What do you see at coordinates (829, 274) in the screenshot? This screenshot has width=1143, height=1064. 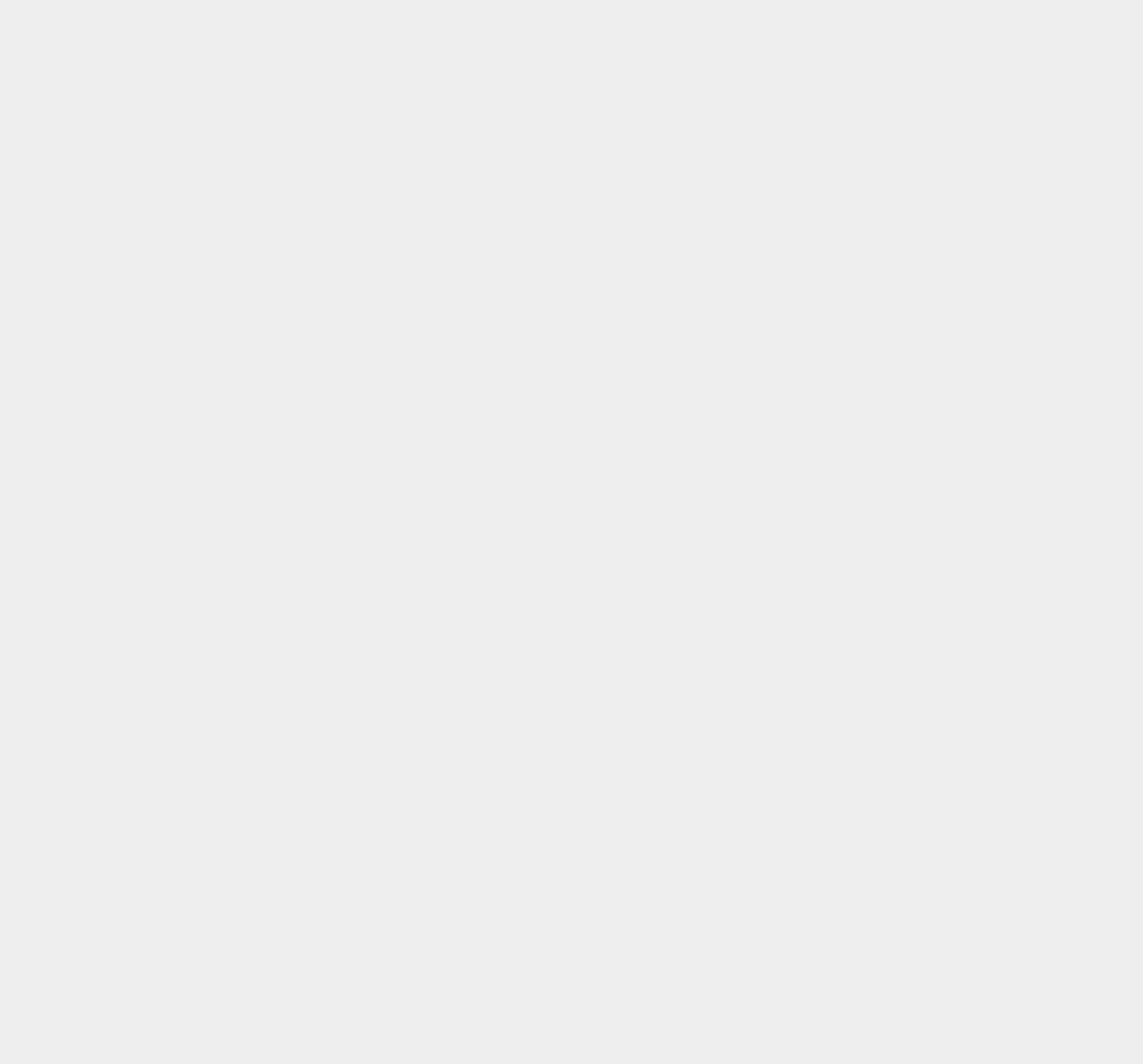 I see `'iOS 5.1'` at bounding box center [829, 274].